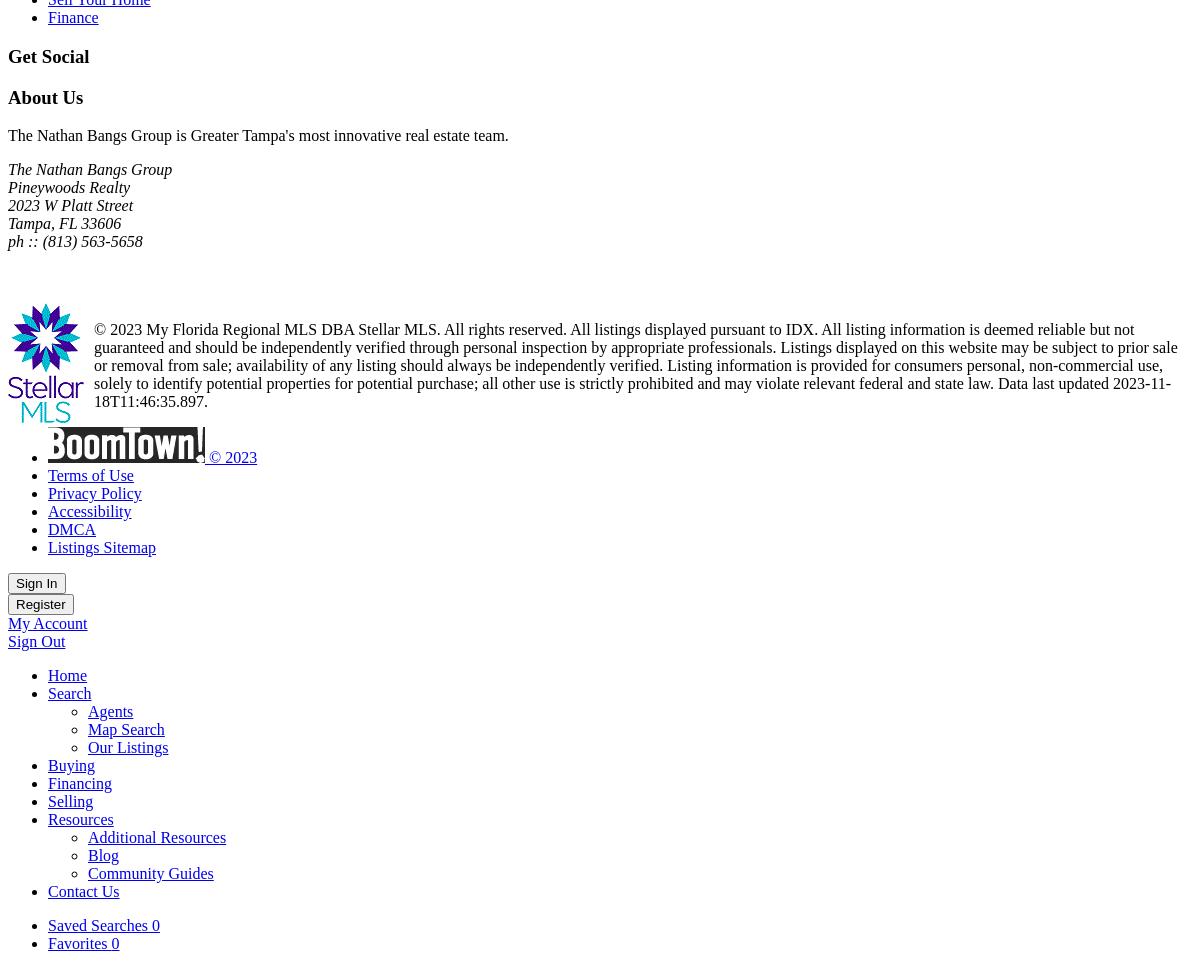 The image size is (1200, 967). What do you see at coordinates (72, 17) in the screenshot?
I see `'Finance'` at bounding box center [72, 17].